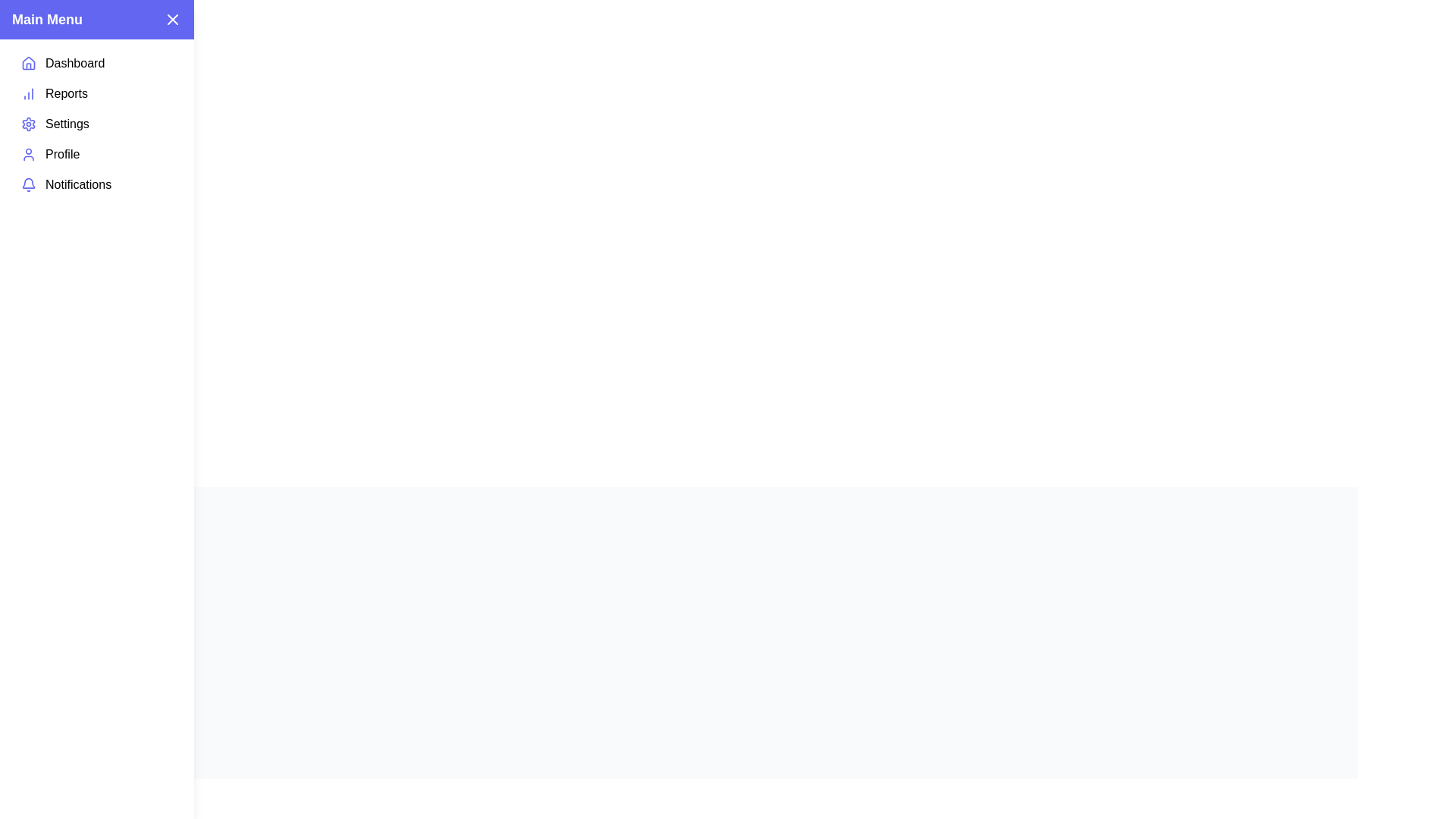 This screenshot has width=1456, height=819. What do you see at coordinates (29, 63) in the screenshot?
I see `the indigo house icon in the sidebar menu labeled 'Dashboard'` at bounding box center [29, 63].